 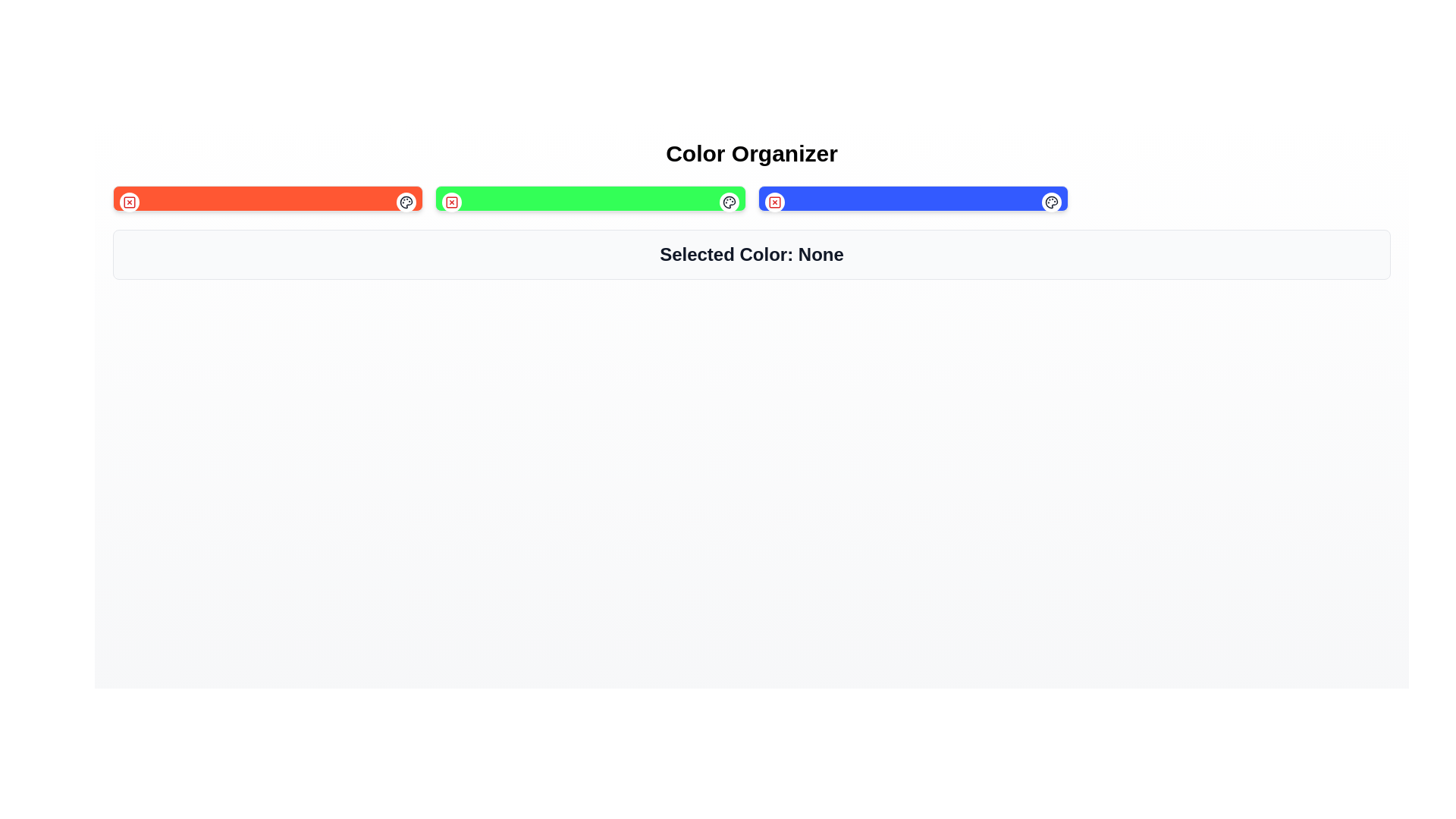 I want to click on the close or delete icon located on the left side of the green section, aligned horizontally with other icons above the label 'Selected Color: None', so click(x=451, y=201).